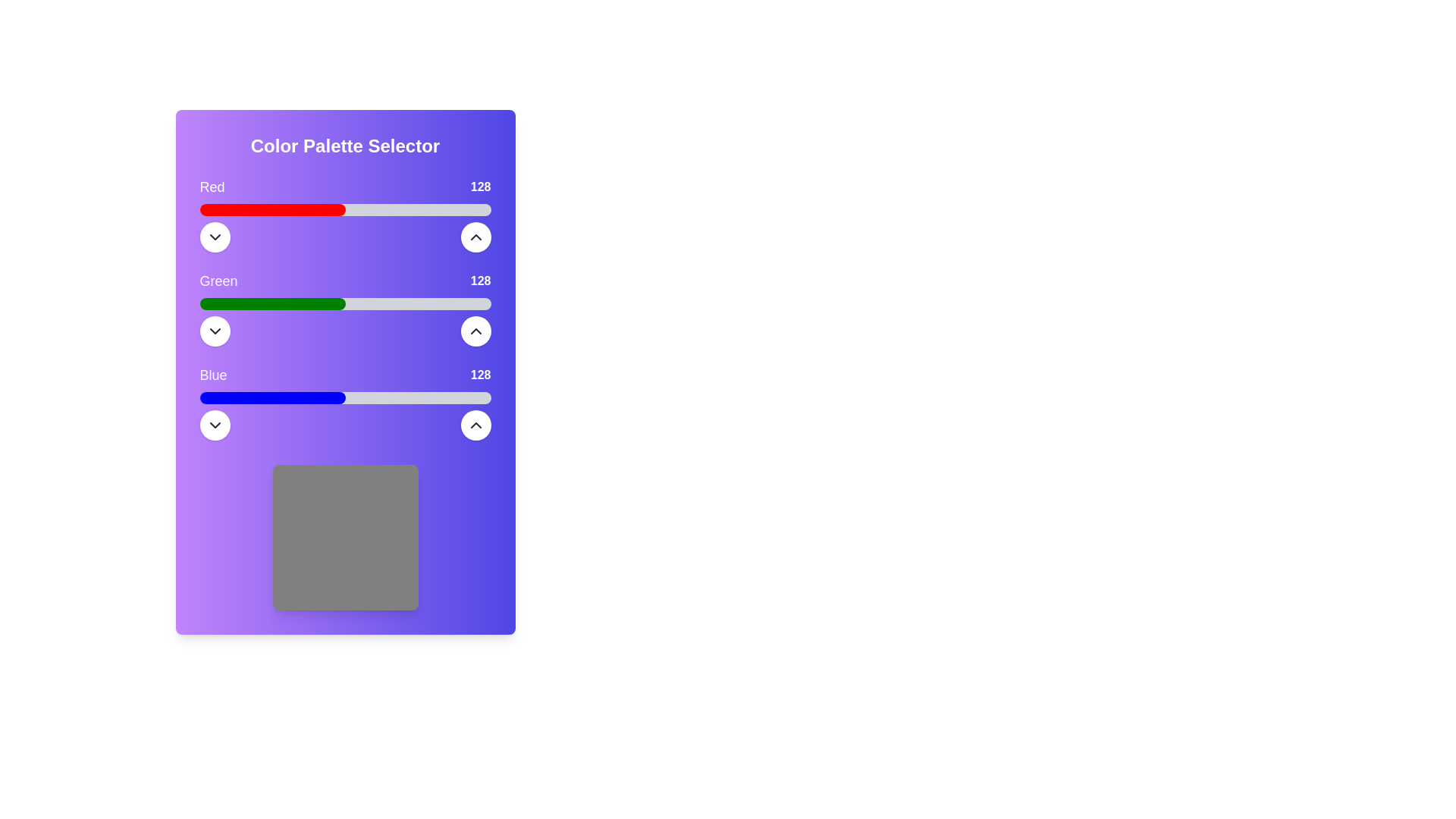 This screenshot has width=1456, height=819. What do you see at coordinates (325, 304) in the screenshot?
I see `the green color intensity` at bounding box center [325, 304].